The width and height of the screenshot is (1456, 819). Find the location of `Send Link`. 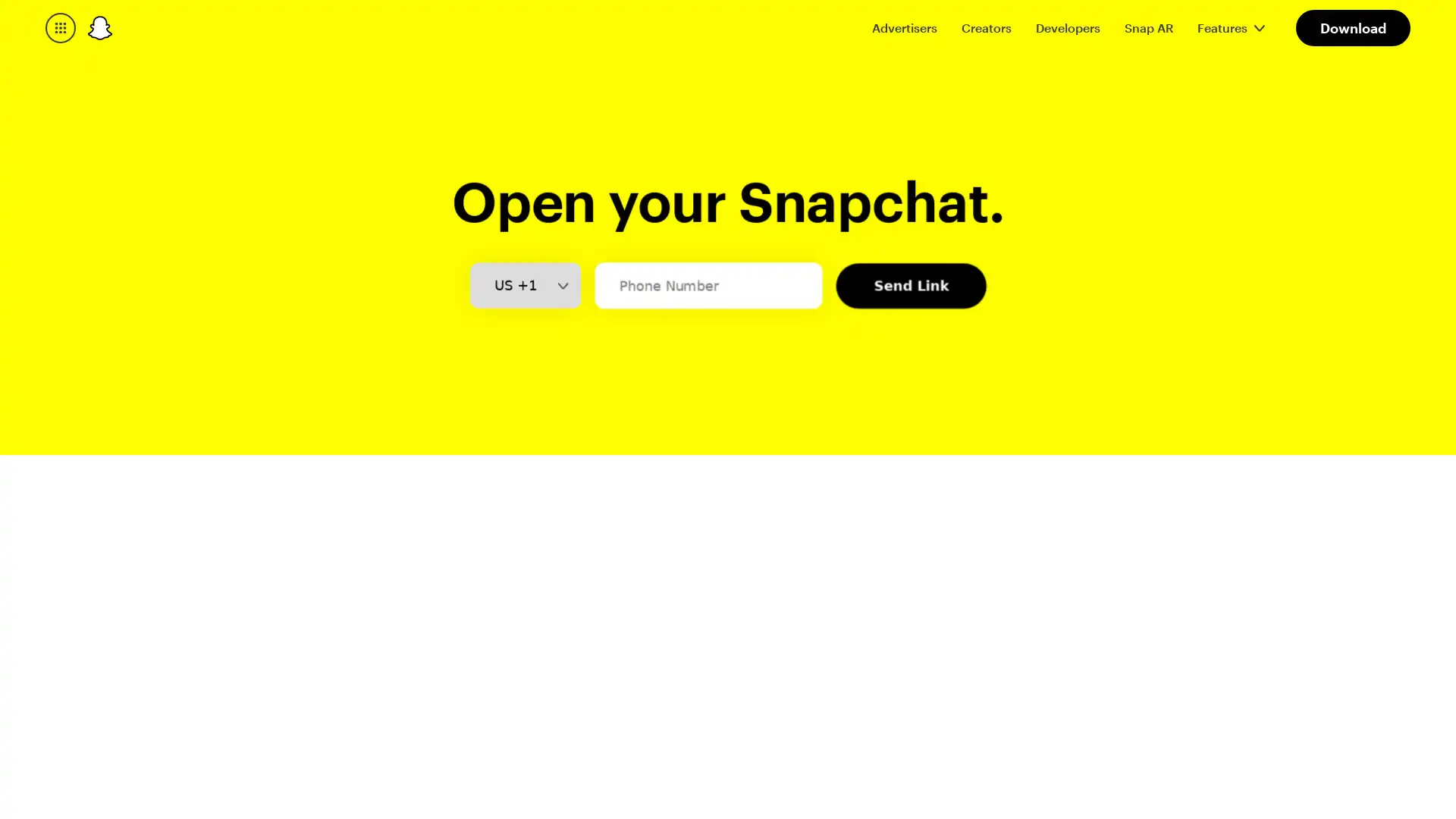

Send Link is located at coordinates (910, 391).